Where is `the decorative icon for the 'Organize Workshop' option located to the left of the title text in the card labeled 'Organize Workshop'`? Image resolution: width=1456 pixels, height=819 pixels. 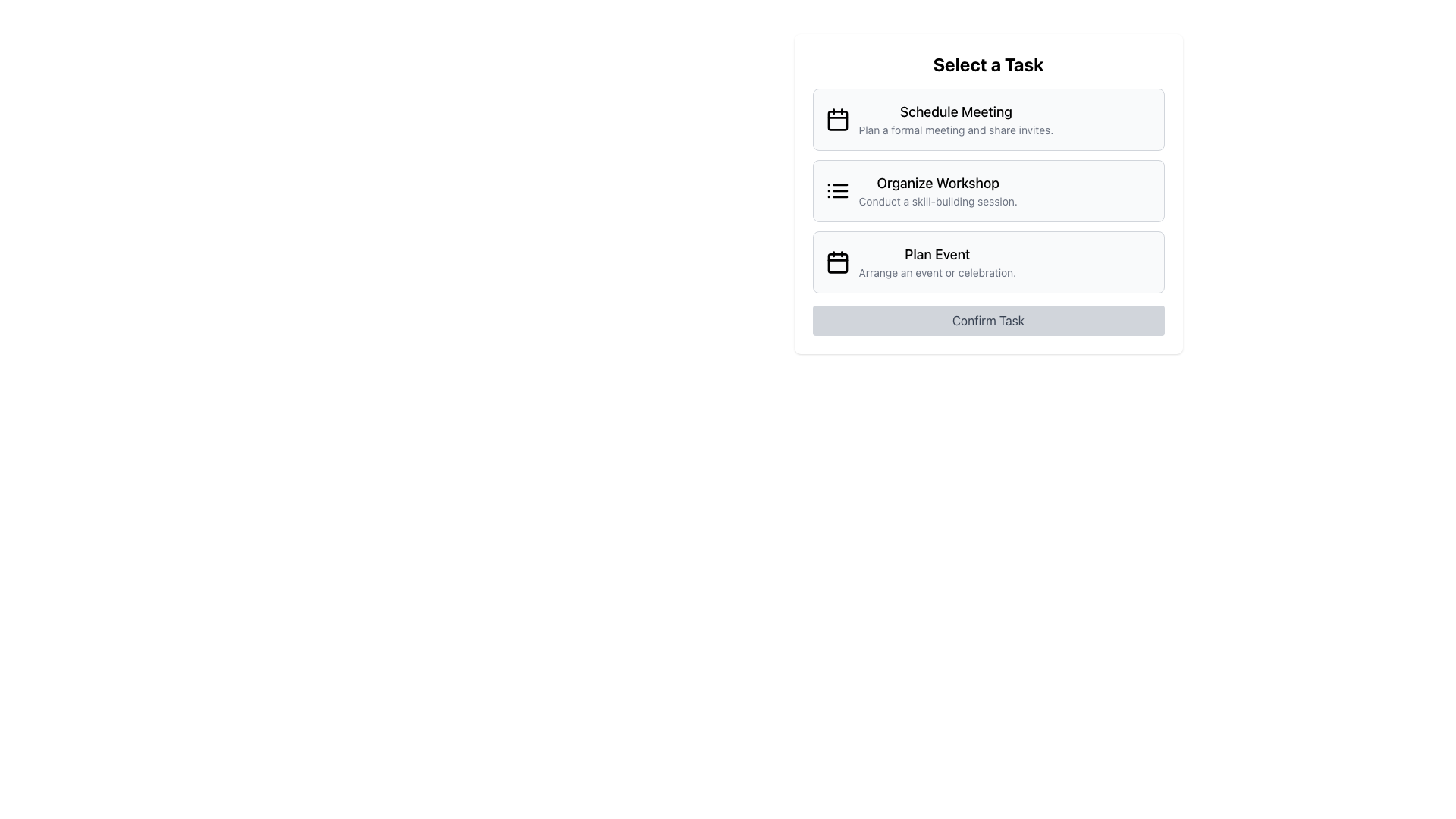 the decorative icon for the 'Organize Workshop' option located to the left of the title text in the card labeled 'Organize Workshop' is located at coordinates (836, 190).